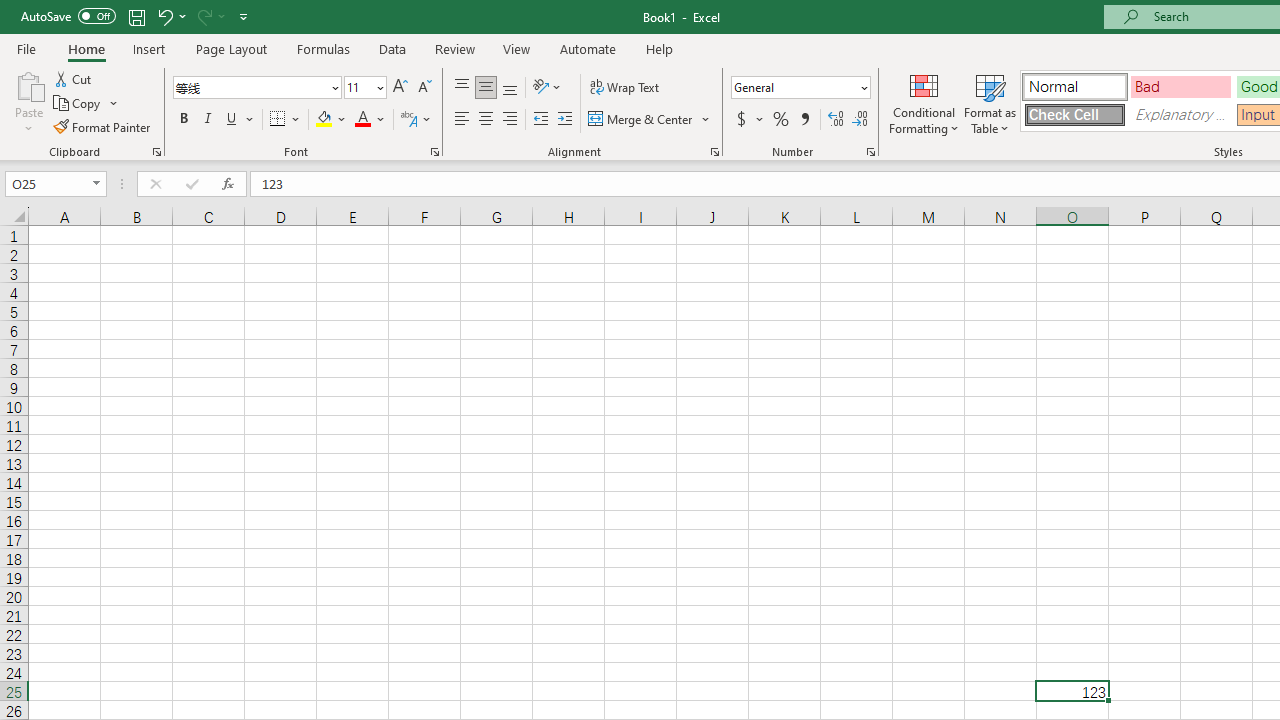 This screenshot has width=1280, height=720. What do you see at coordinates (485, 119) in the screenshot?
I see `'Center'` at bounding box center [485, 119].